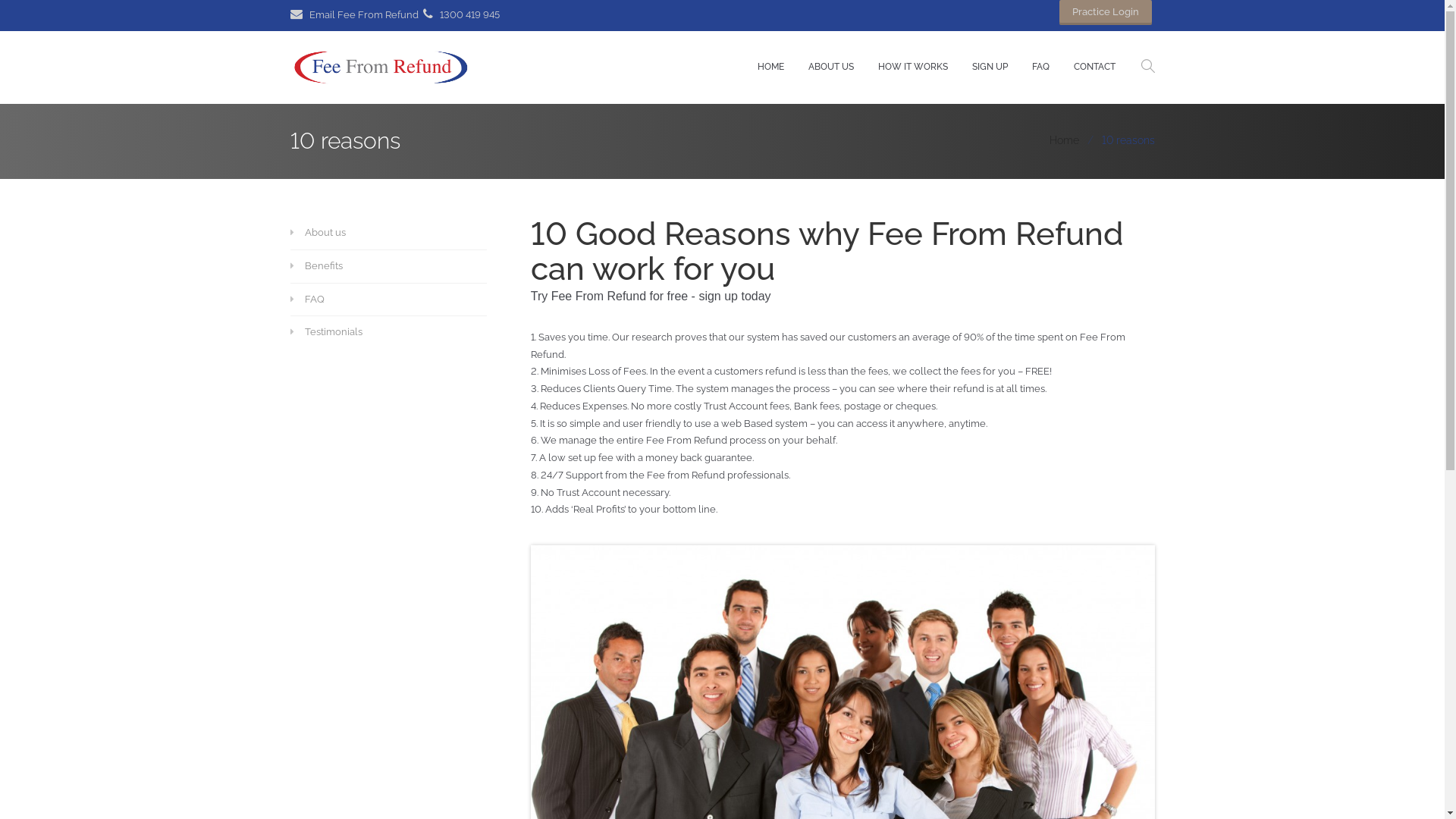 The height and width of the screenshot is (819, 1456). Describe the element at coordinates (378, 331) in the screenshot. I see `'Testimonials'` at that location.